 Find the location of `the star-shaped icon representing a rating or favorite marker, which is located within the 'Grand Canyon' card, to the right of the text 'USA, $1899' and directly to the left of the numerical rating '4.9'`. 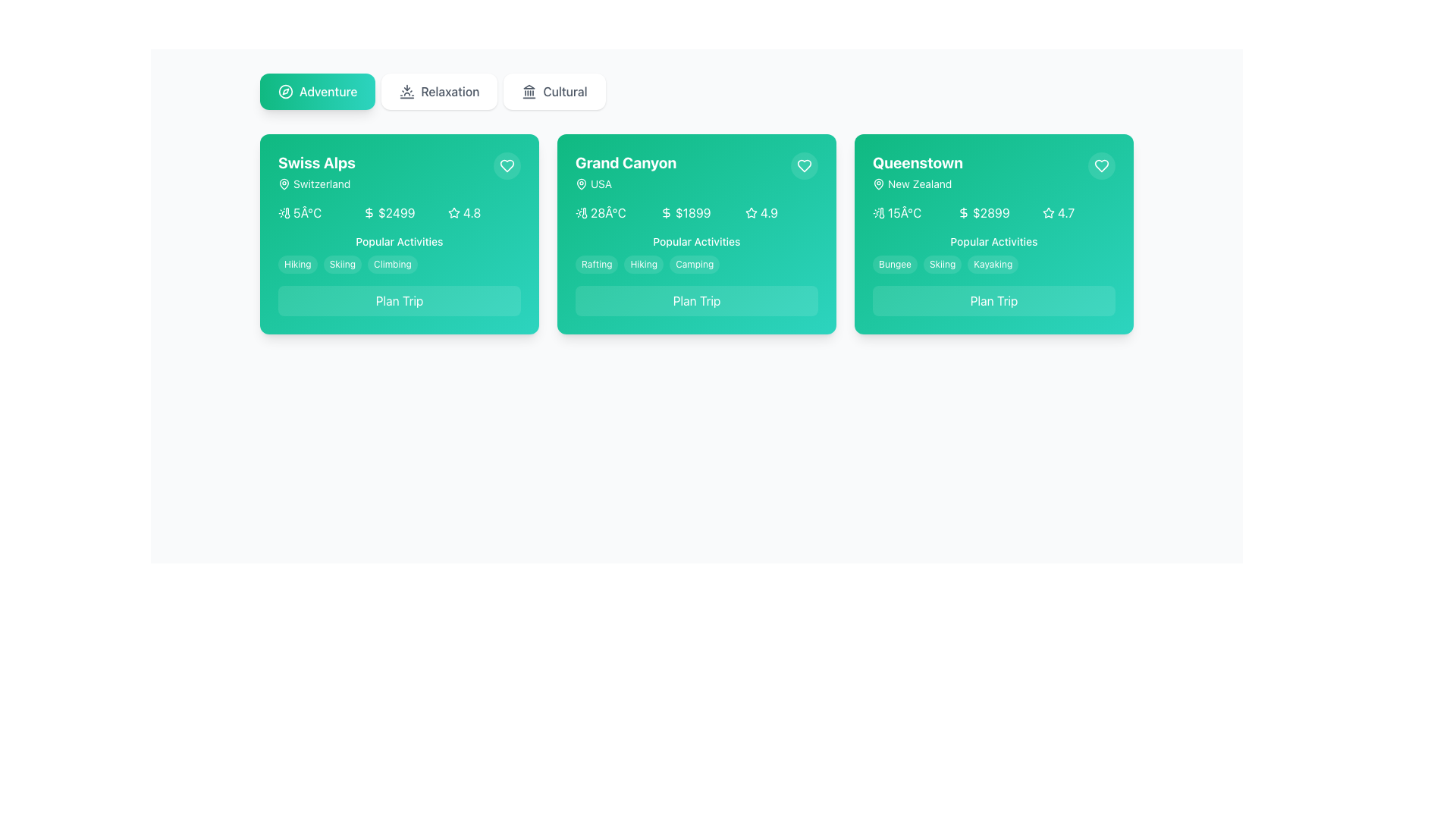

the star-shaped icon representing a rating or favorite marker, which is located within the 'Grand Canyon' card, to the right of the text 'USA, $1899' and directly to the left of the numerical rating '4.9' is located at coordinates (751, 213).